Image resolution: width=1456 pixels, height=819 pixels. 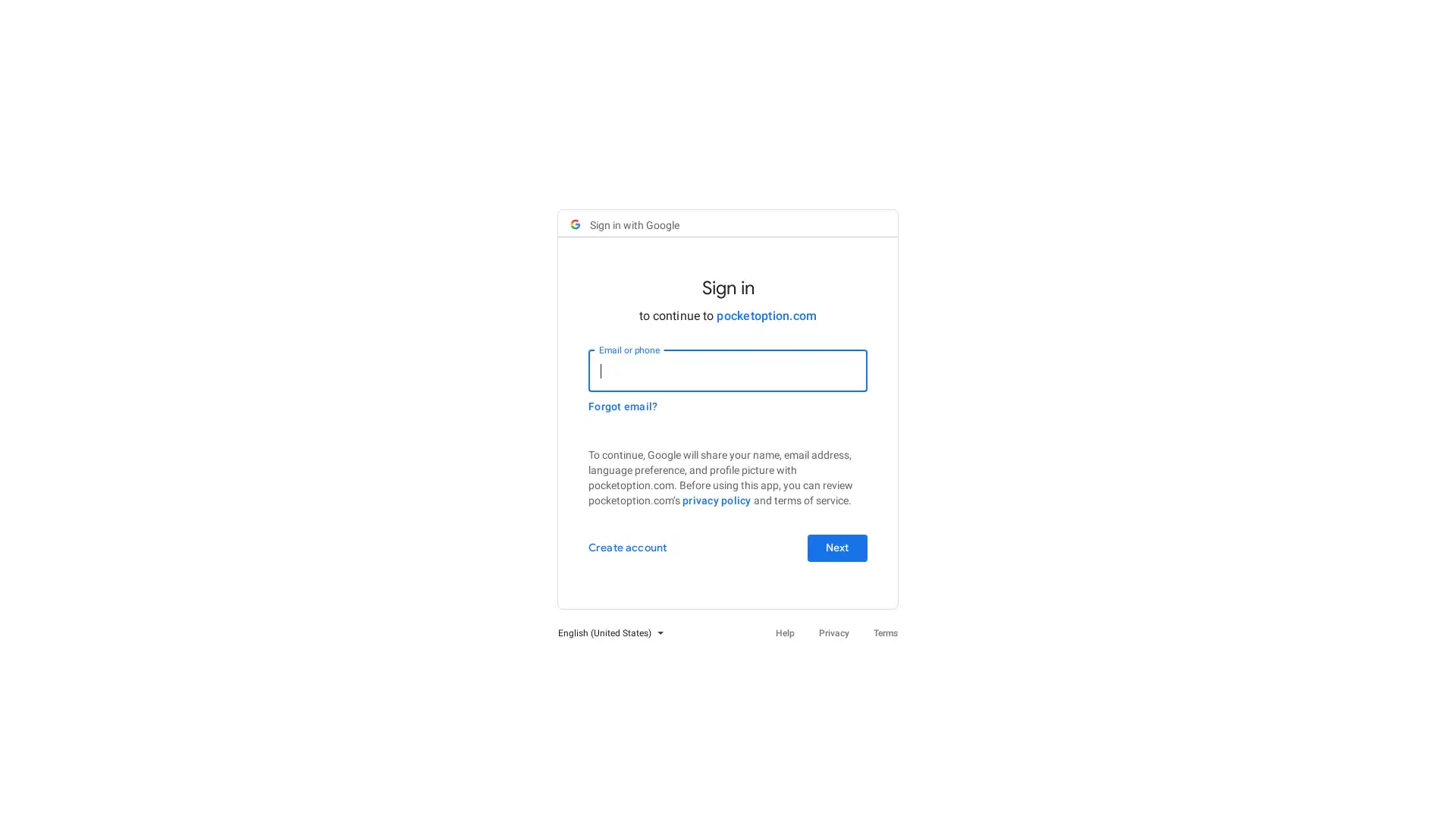 I want to click on Forgot email?, so click(x=623, y=406).